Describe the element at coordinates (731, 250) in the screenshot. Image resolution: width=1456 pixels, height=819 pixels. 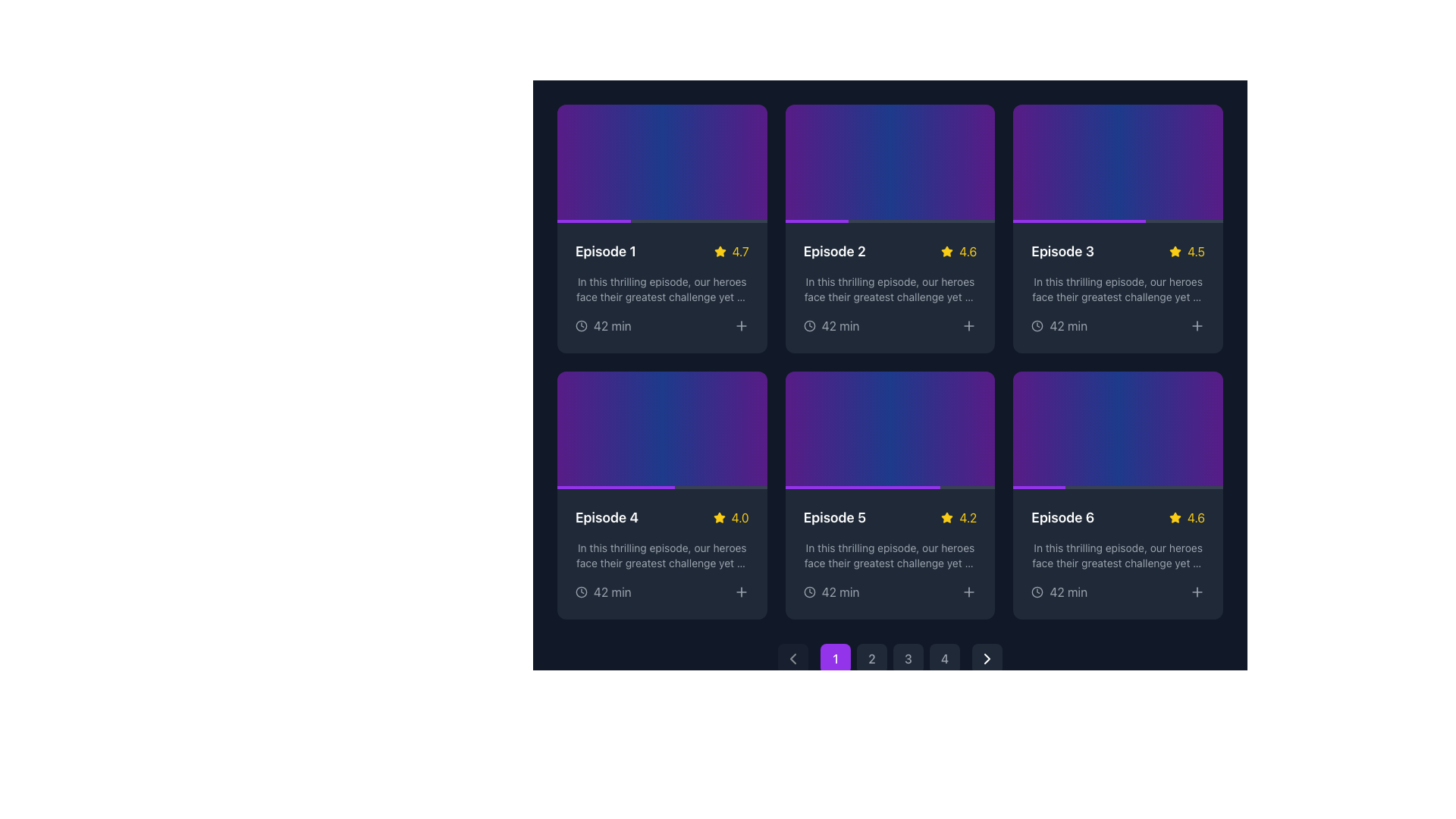
I see `the displayed rating of '4.7' on the yellow star icon in the rating section of Episode 1, located at the top-right corner of the card` at that location.